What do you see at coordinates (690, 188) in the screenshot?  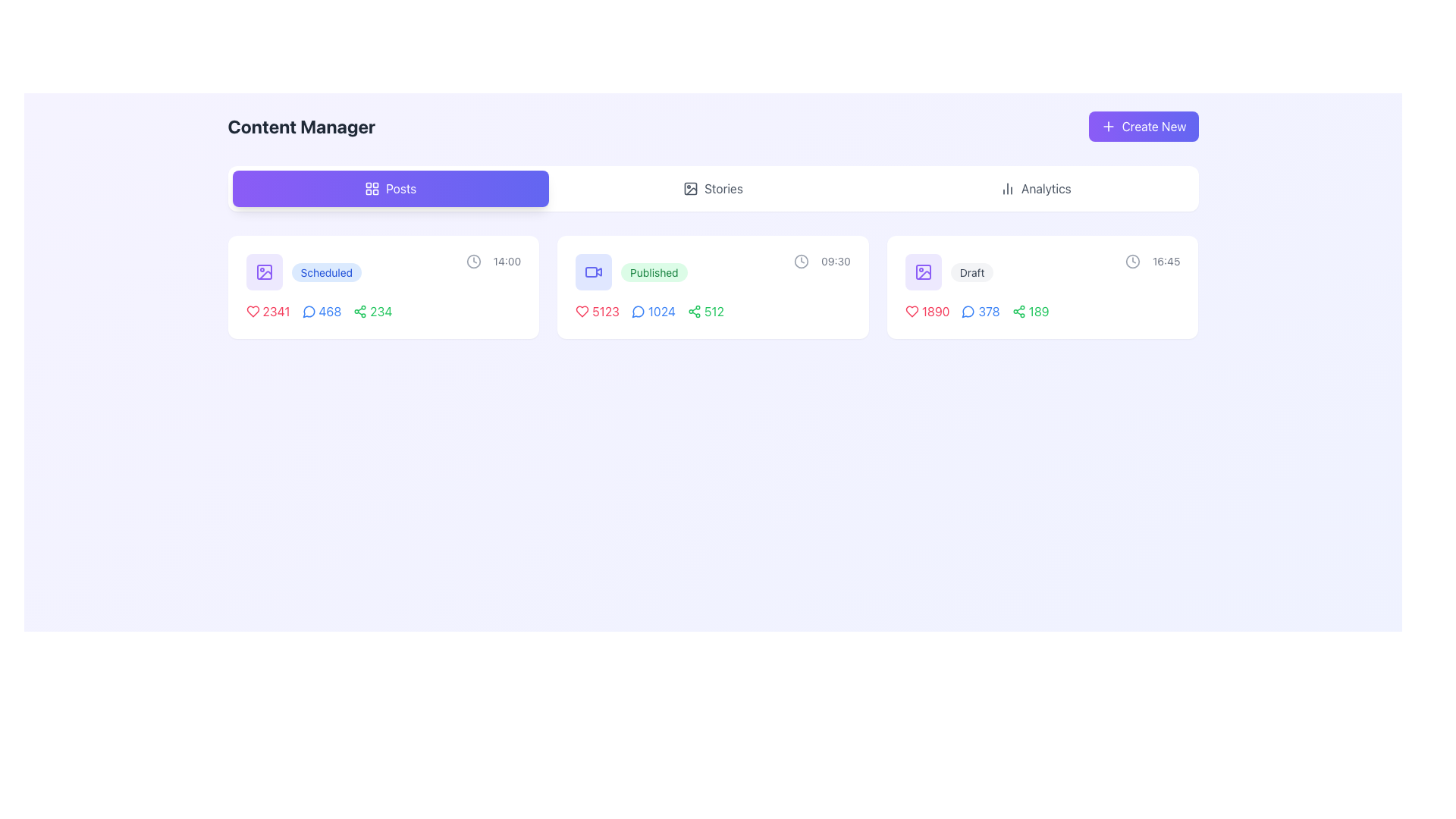 I see `the image icon located in the 'Stories' segment of the navigation bar, which is characterized by a rectangular outline with rounded corners and a circular shape inside` at bounding box center [690, 188].